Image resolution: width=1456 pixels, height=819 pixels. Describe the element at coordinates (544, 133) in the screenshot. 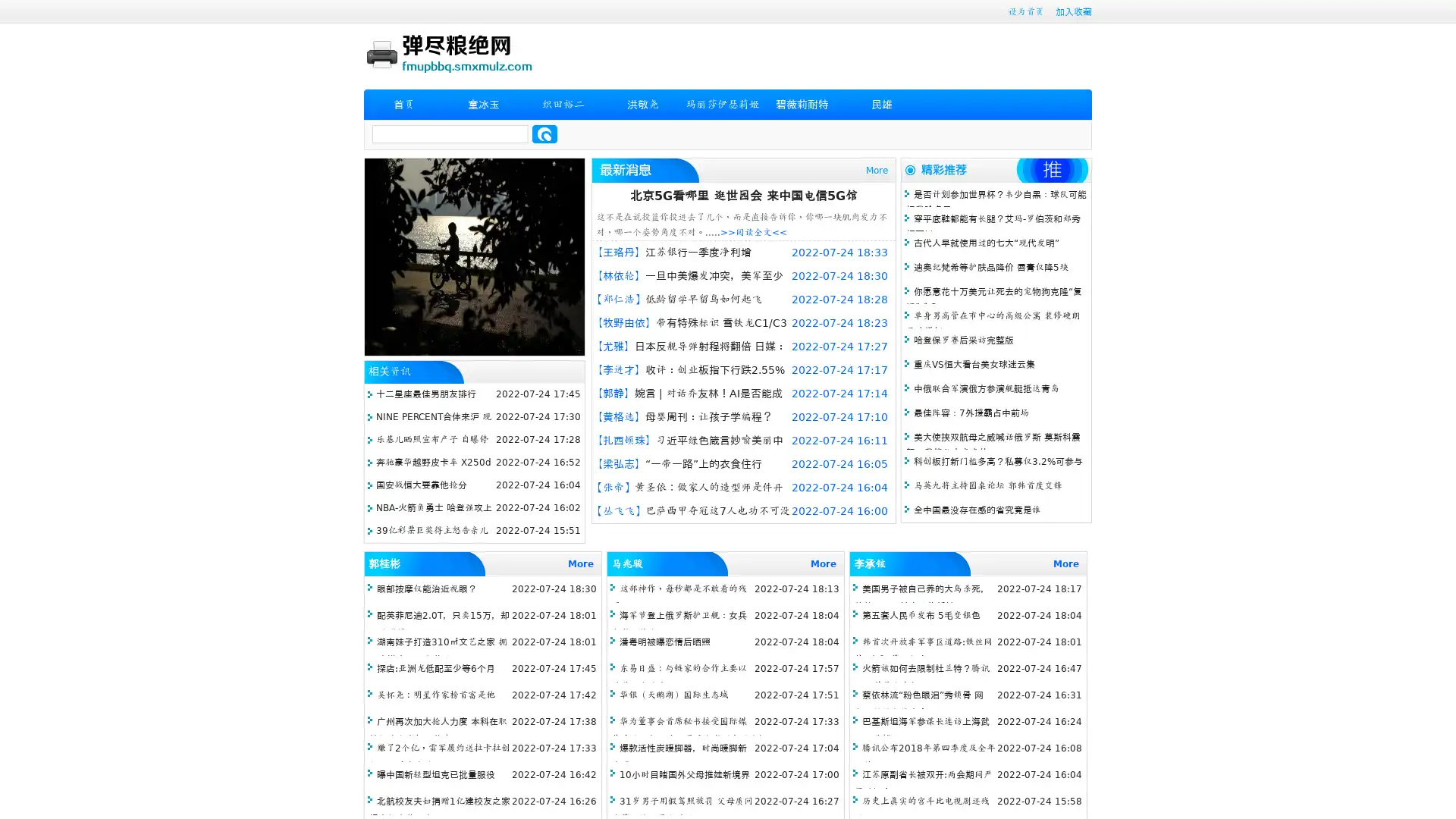

I see `Search` at that location.